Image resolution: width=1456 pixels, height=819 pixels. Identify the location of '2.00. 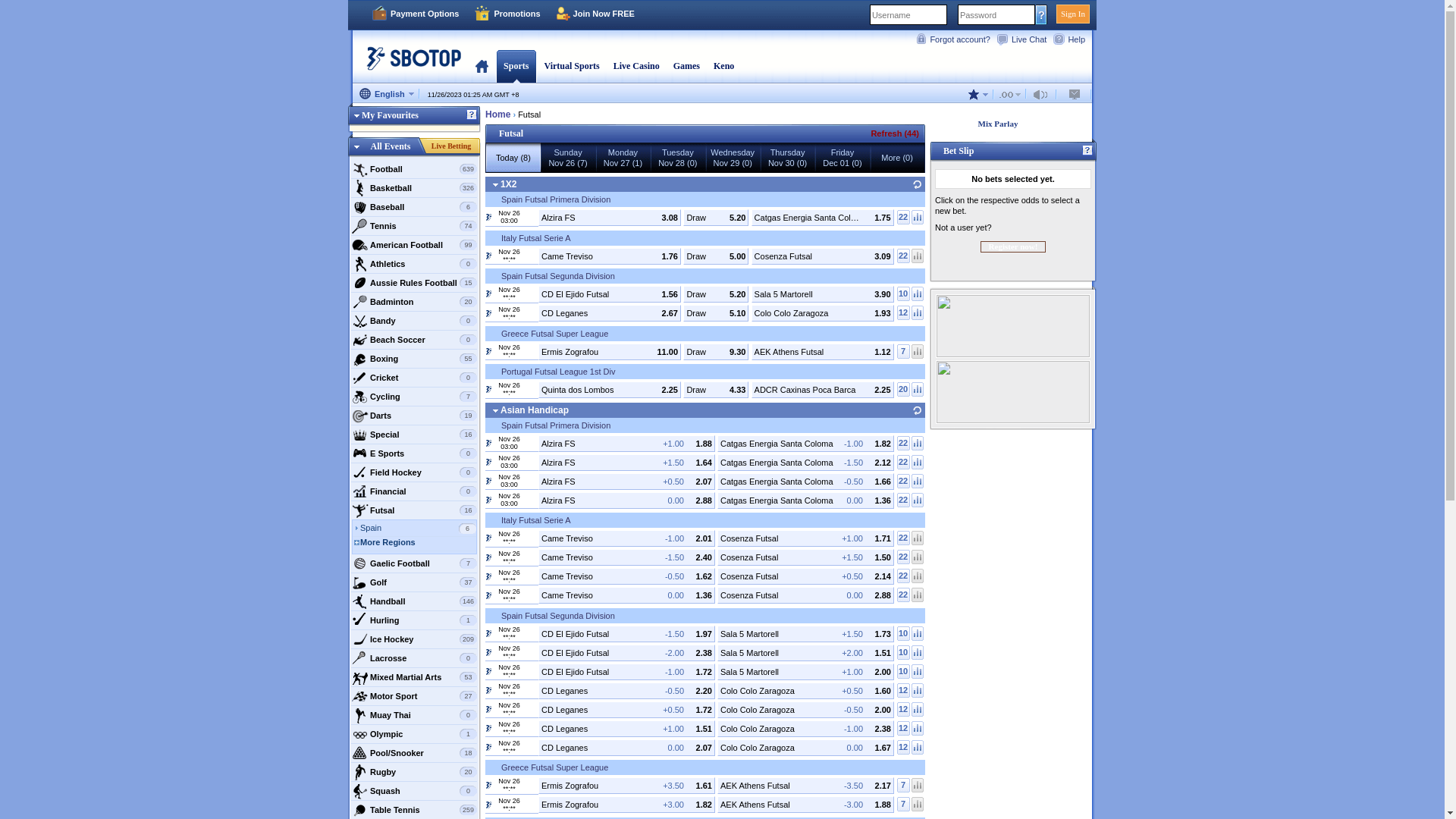
(805, 670).